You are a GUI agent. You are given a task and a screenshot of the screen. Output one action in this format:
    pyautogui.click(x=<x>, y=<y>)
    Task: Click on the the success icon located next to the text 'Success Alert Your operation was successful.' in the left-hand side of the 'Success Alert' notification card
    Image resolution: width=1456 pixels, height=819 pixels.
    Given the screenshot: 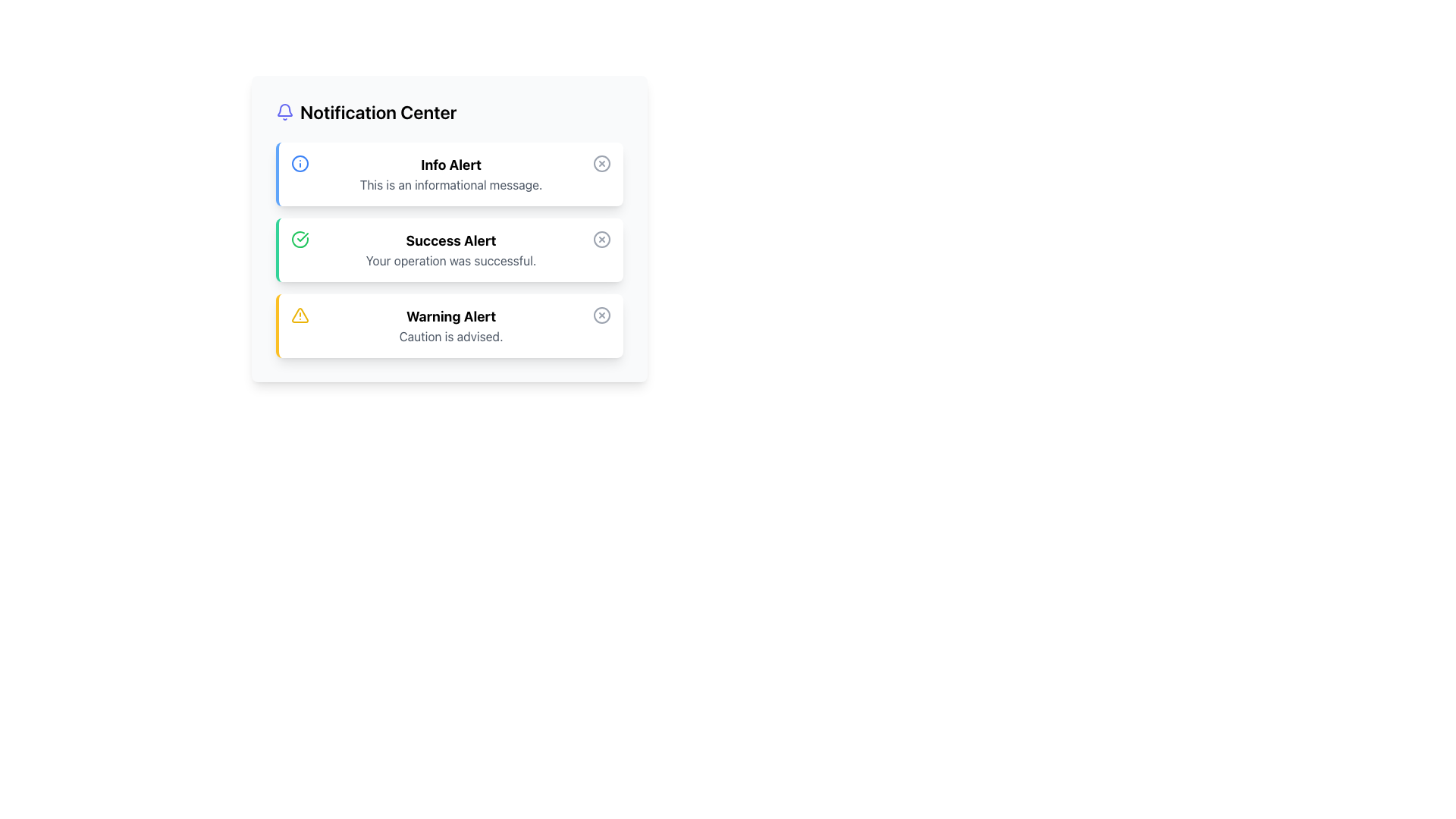 What is the action you would take?
    pyautogui.click(x=300, y=239)
    